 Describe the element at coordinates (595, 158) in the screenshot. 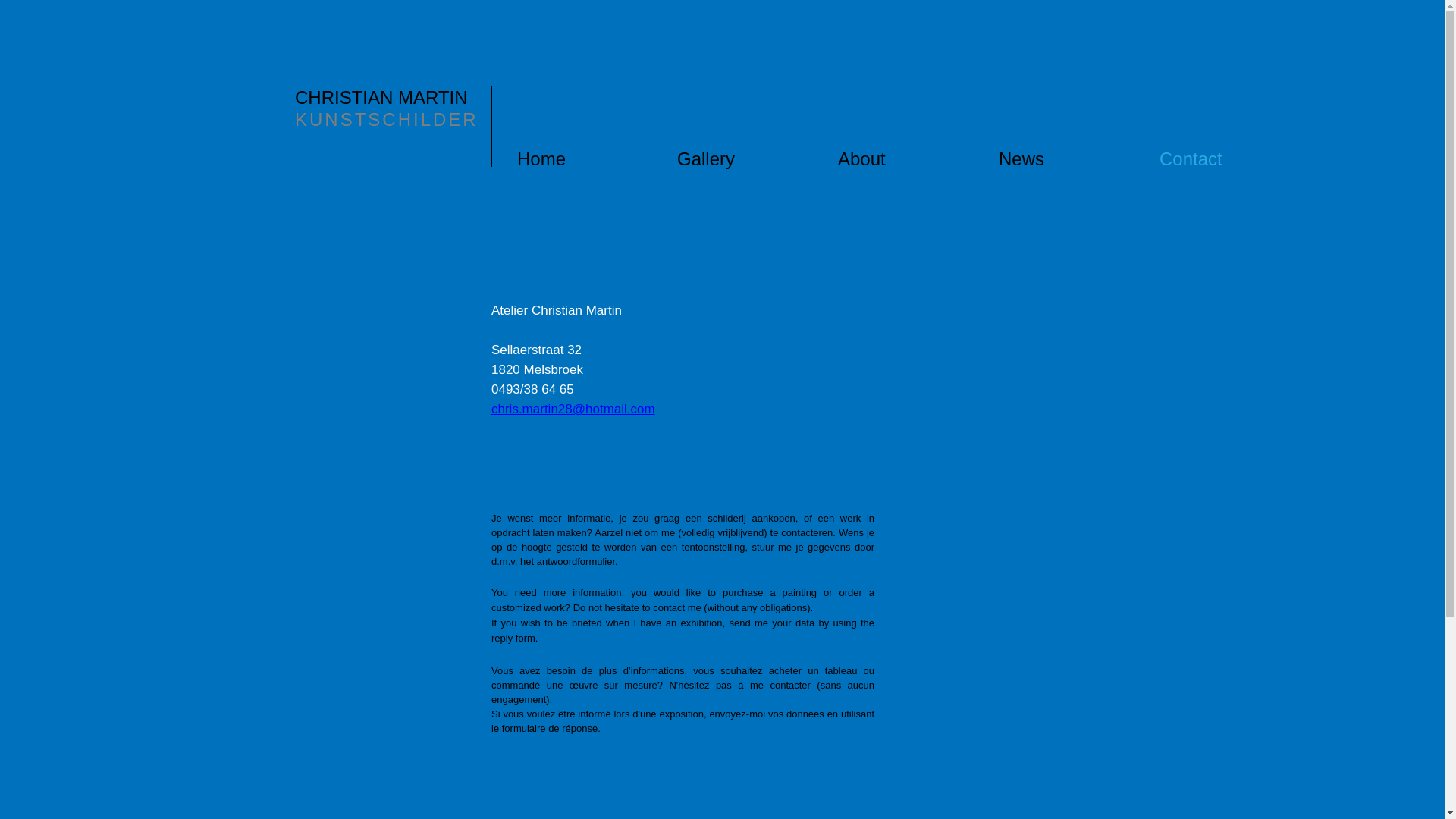

I see `'Home'` at that location.